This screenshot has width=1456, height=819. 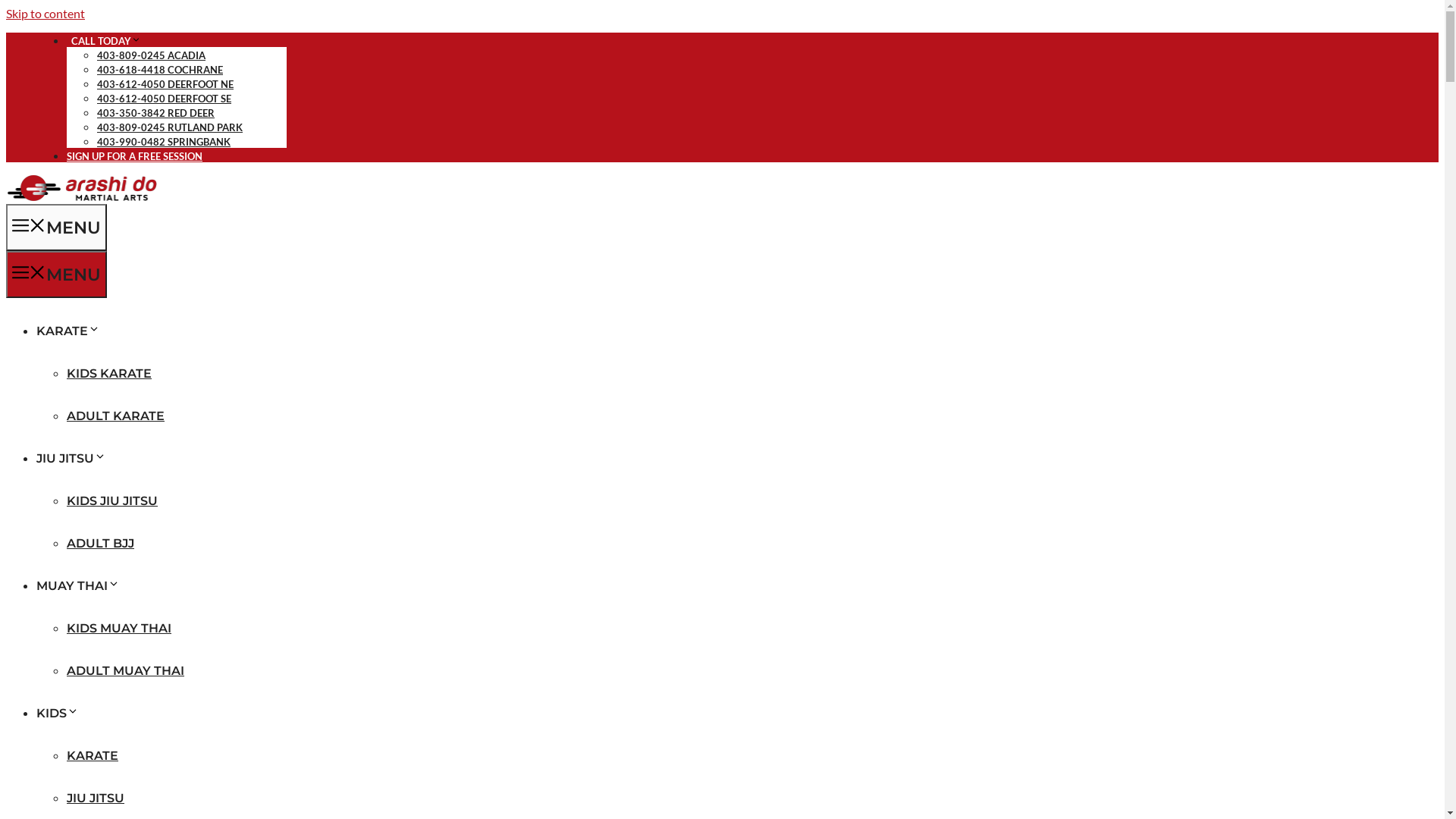 I want to click on '403-350-3842 RED DEER', so click(x=155, y=112).